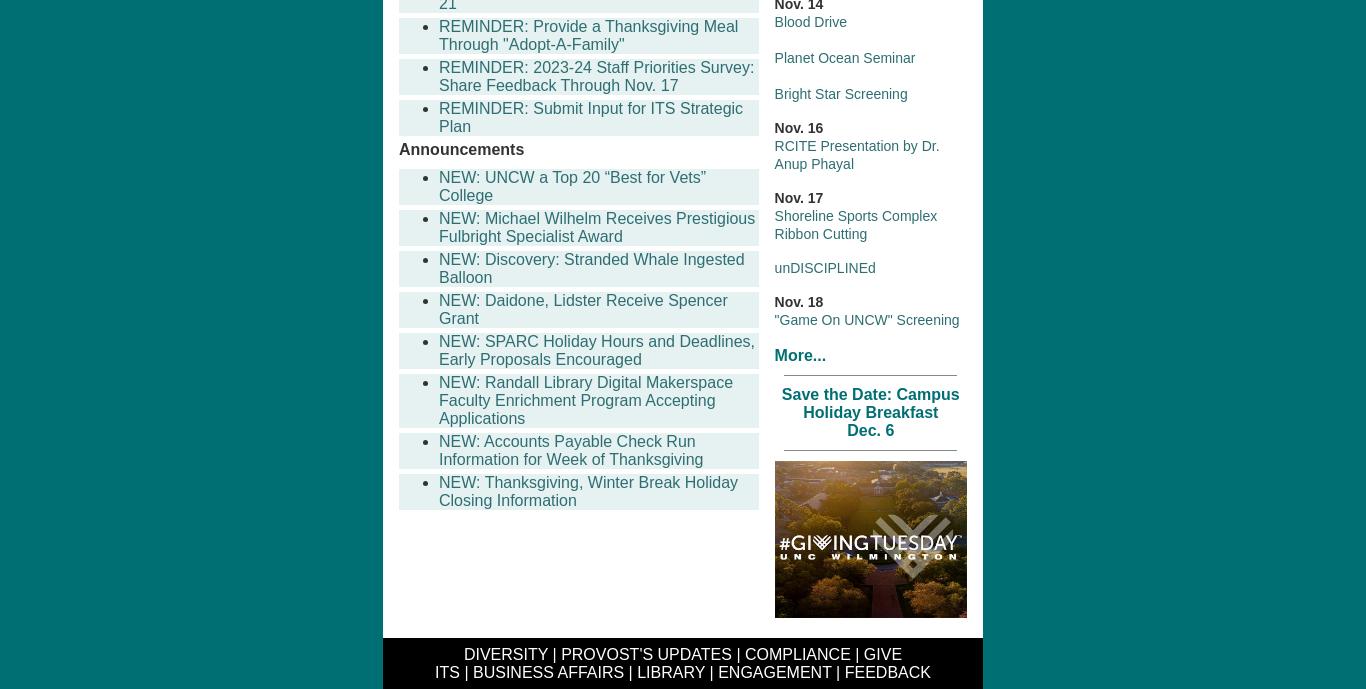 The image size is (1366, 689). I want to click on 'Planet Ocean Seminar', so click(773, 55).